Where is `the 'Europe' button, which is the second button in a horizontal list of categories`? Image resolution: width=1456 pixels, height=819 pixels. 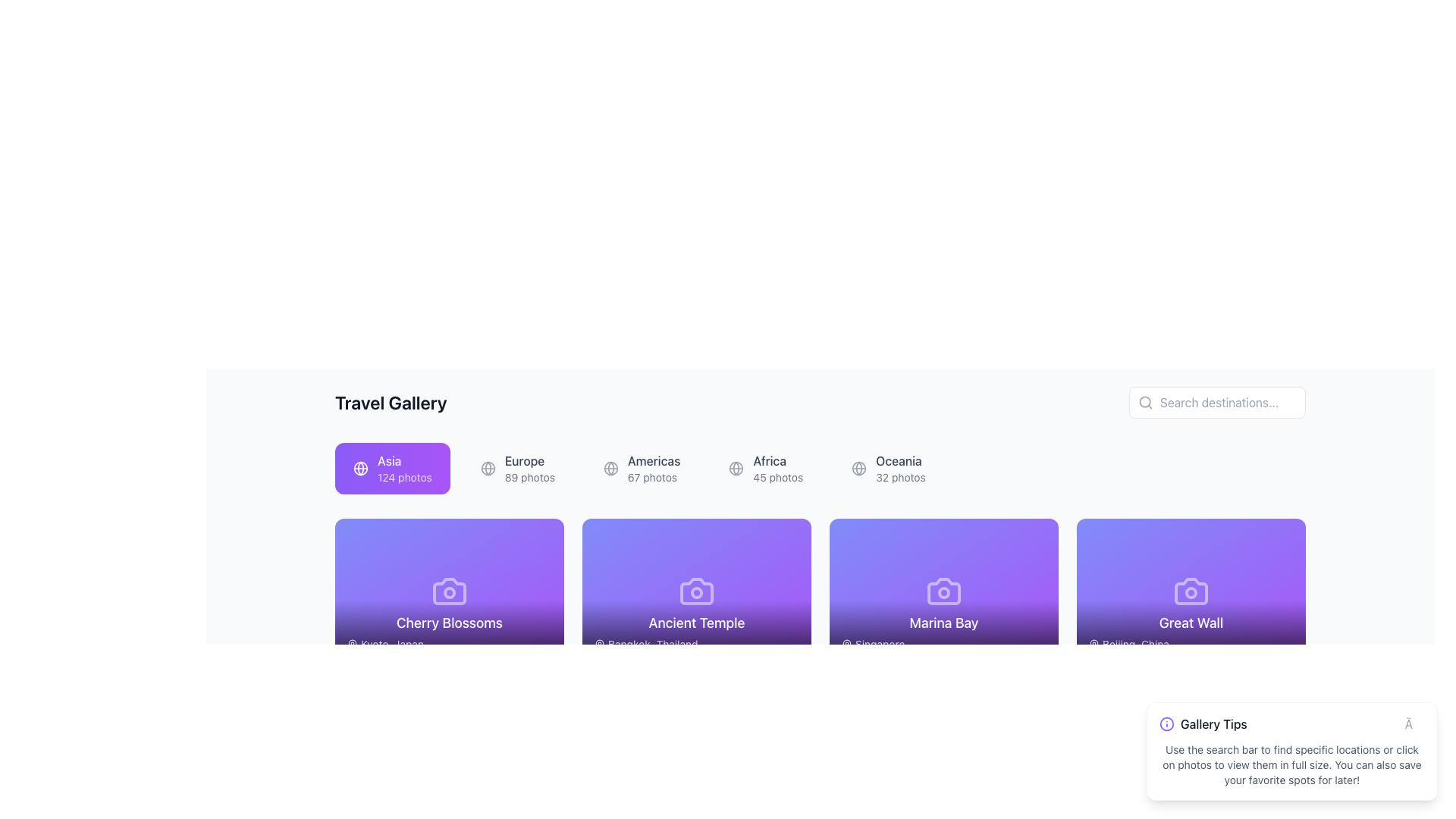 the 'Europe' button, which is the second button in a horizontal list of categories is located at coordinates (517, 467).